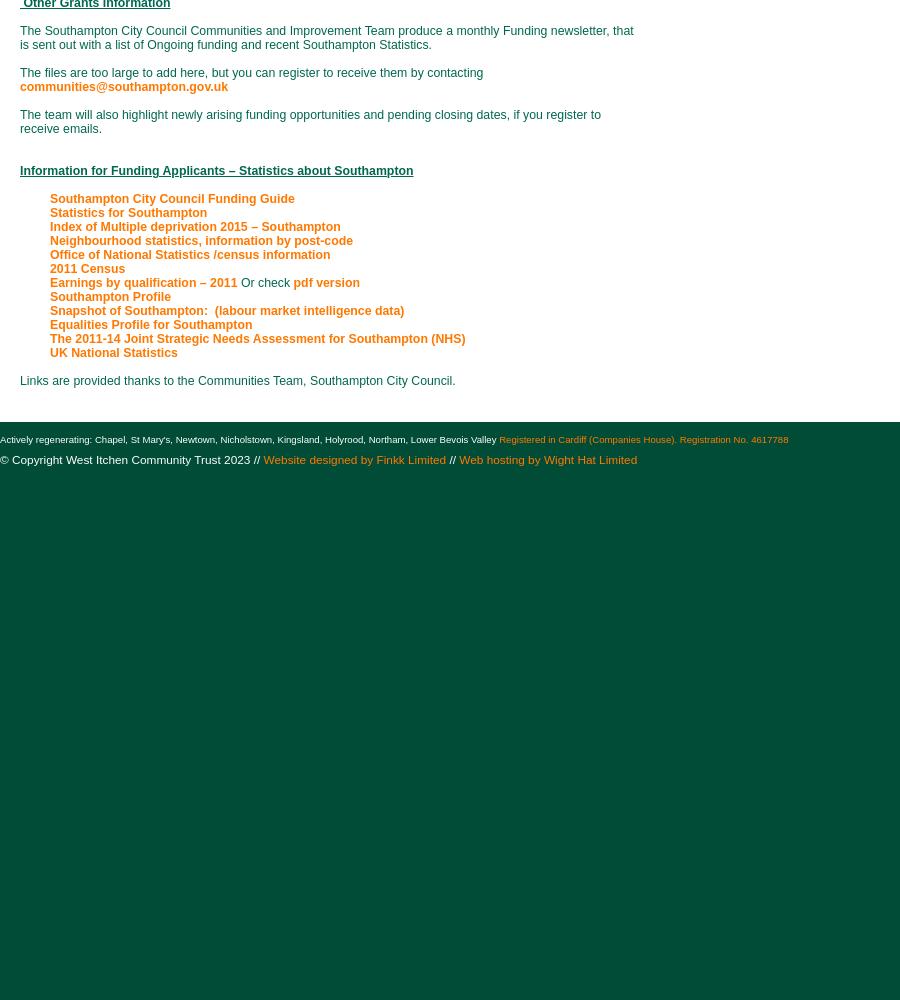 The height and width of the screenshot is (1000, 900). What do you see at coordinates (18, 86) in the screenshot?
I see `'communities@southampton.gov.uk'` at bounding box center [18, 86].